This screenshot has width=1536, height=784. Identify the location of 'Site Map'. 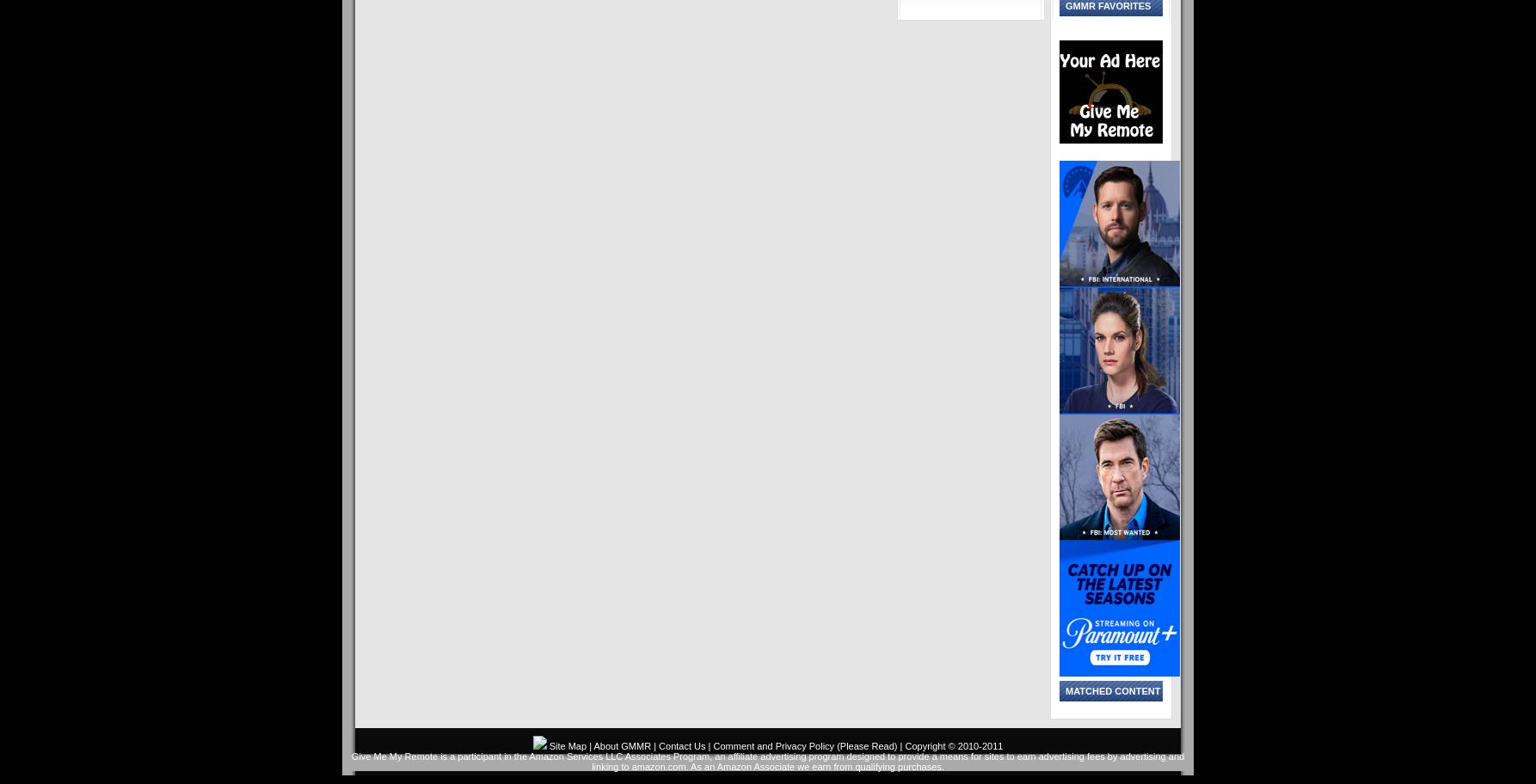
(548, 746).